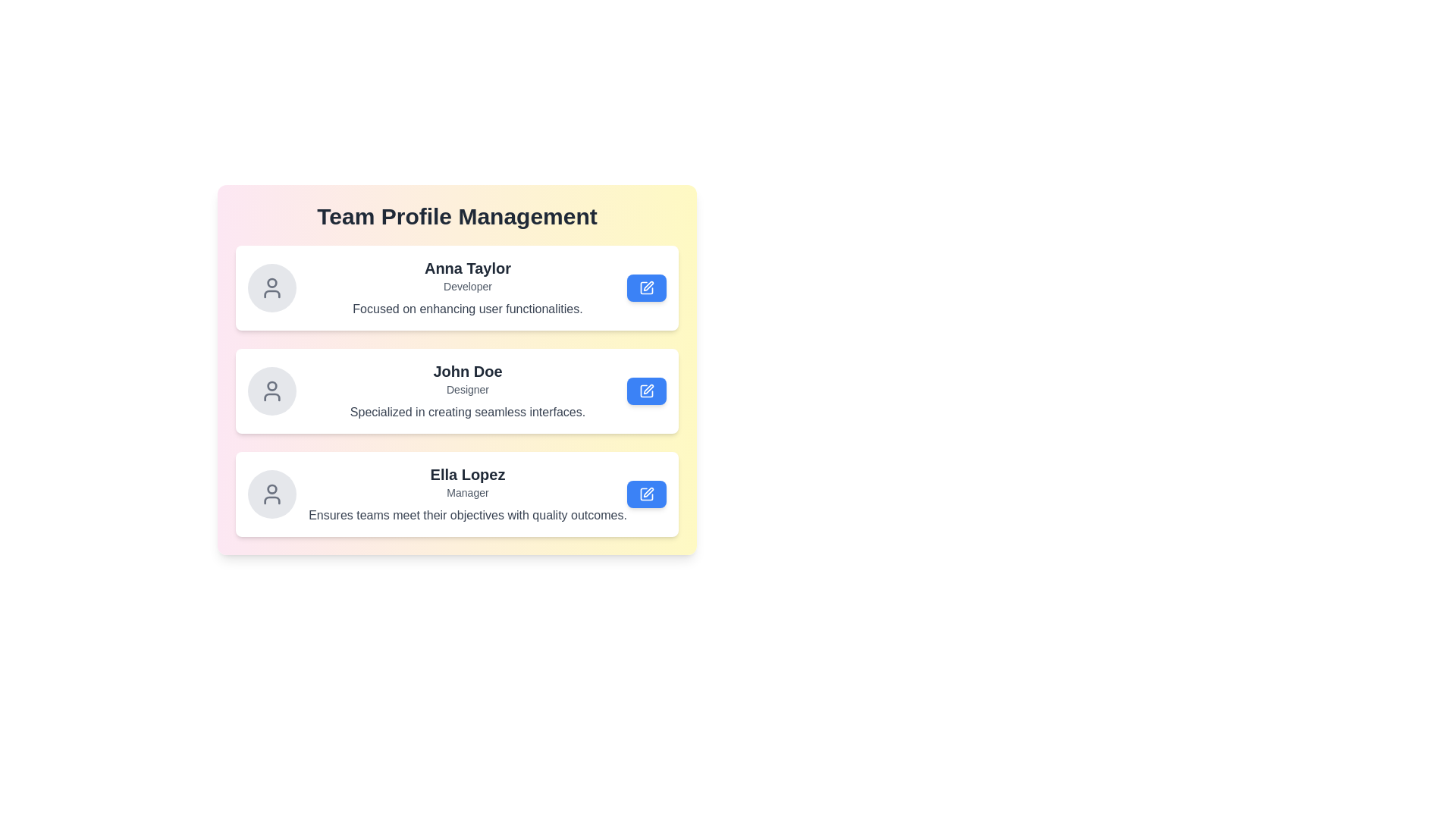  Describe the element at coordinates (457, 288) in the screenshot. I see `the profile card of Anna Taylor to observe the hover effect` at that location.